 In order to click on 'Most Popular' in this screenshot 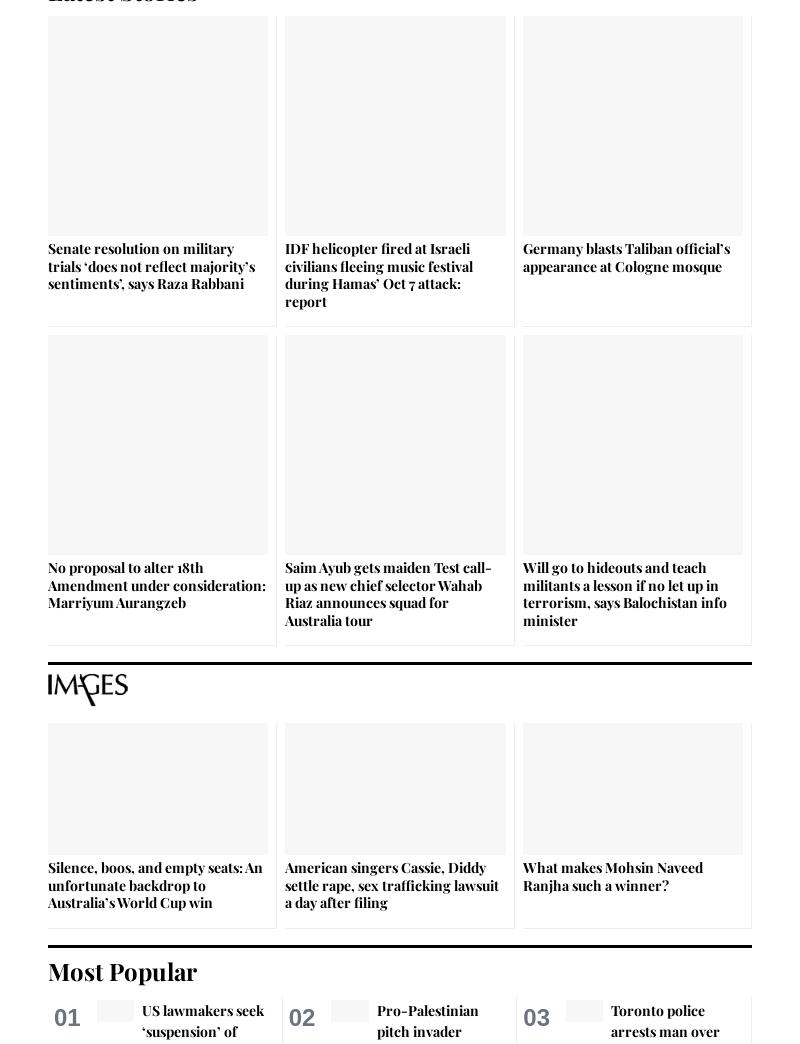, I will do `click(121, 968)`.